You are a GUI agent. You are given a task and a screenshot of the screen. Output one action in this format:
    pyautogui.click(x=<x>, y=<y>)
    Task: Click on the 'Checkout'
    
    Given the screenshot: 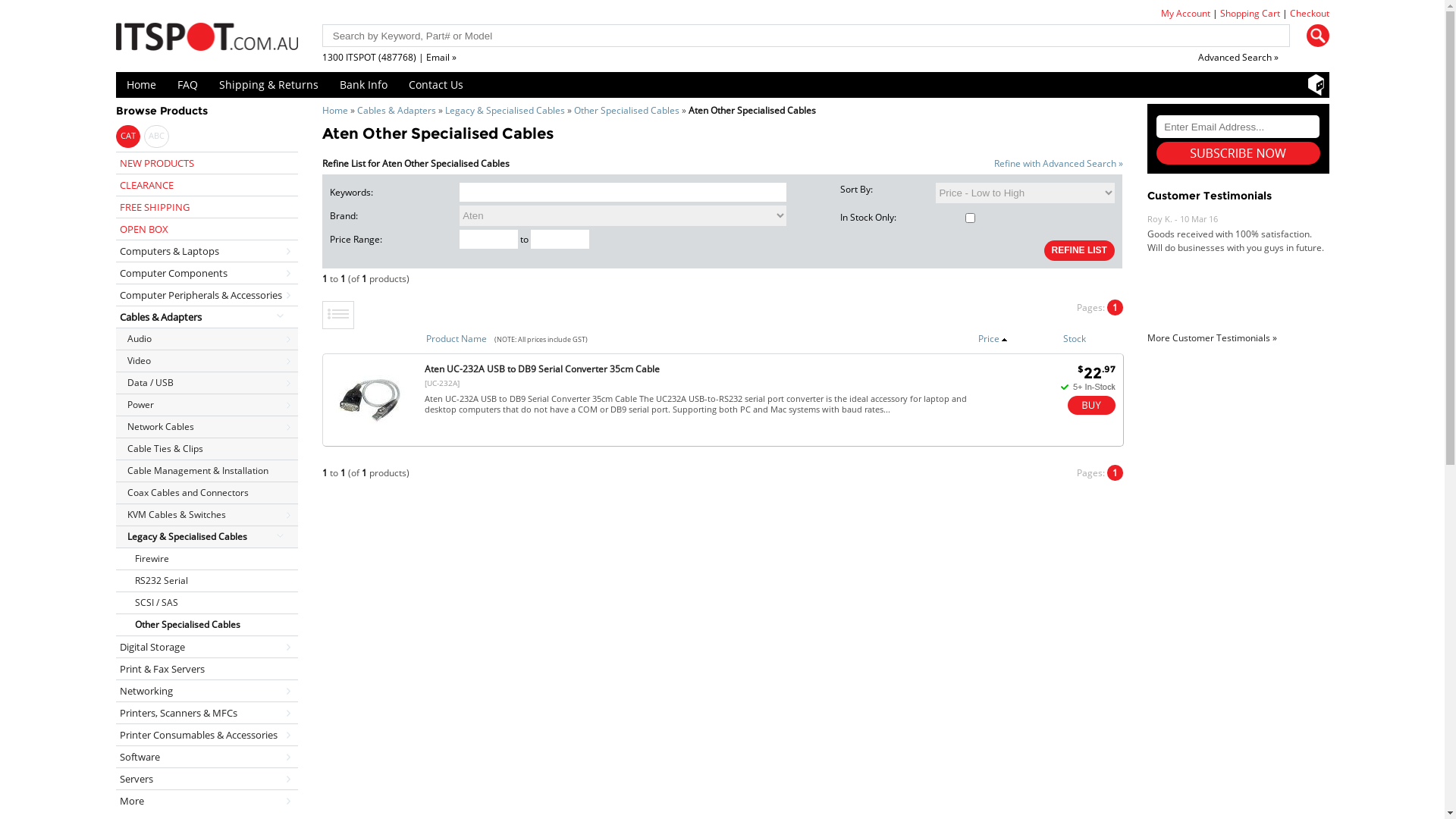 What is the action you would take?
    pyautogui.click(x=1308, y=14)
    